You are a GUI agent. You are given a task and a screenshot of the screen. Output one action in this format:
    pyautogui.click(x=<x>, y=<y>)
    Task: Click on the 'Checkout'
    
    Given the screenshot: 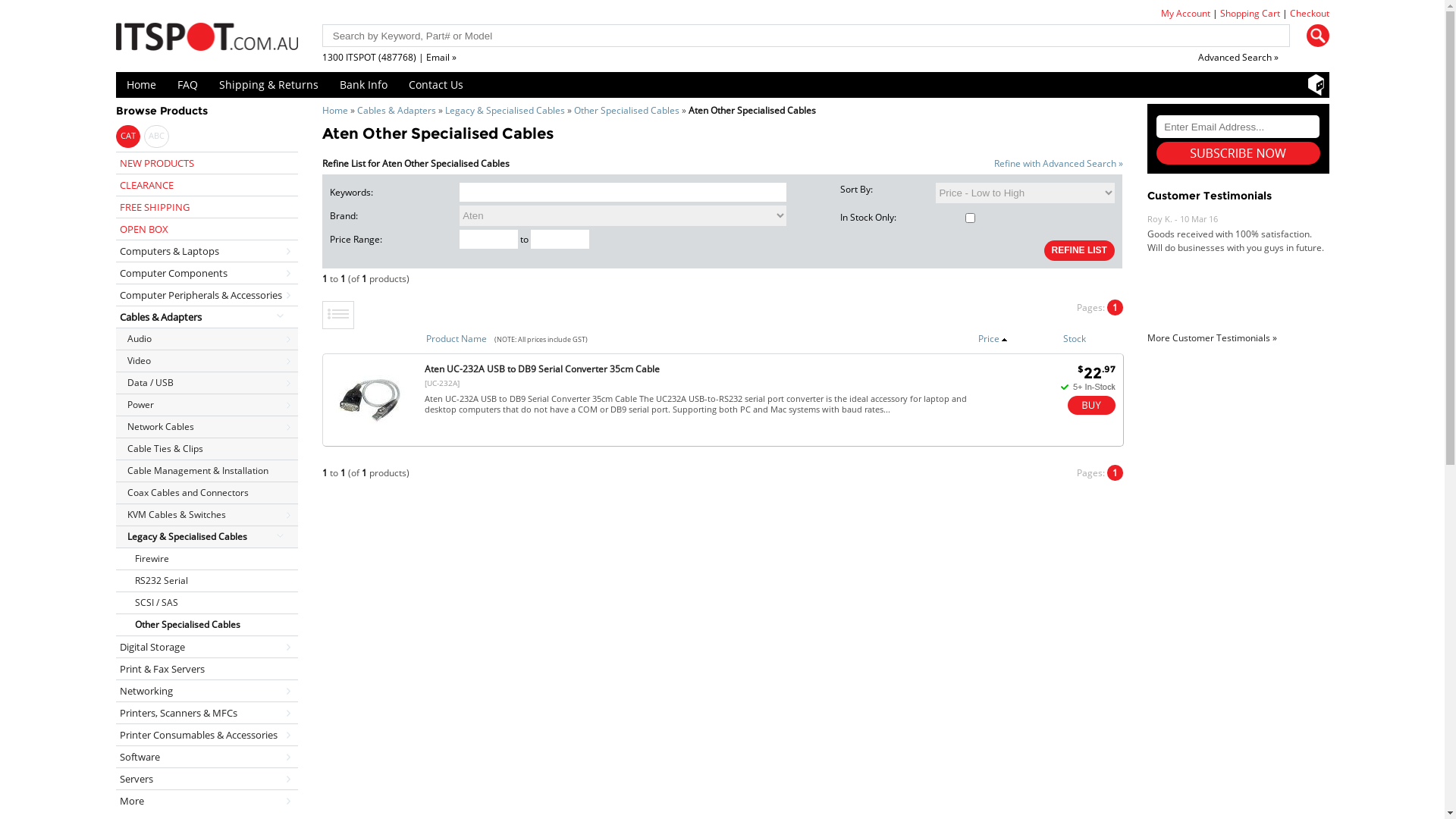 What is the action you would take?
    pyautogui.click(x=1308, y=14)
    